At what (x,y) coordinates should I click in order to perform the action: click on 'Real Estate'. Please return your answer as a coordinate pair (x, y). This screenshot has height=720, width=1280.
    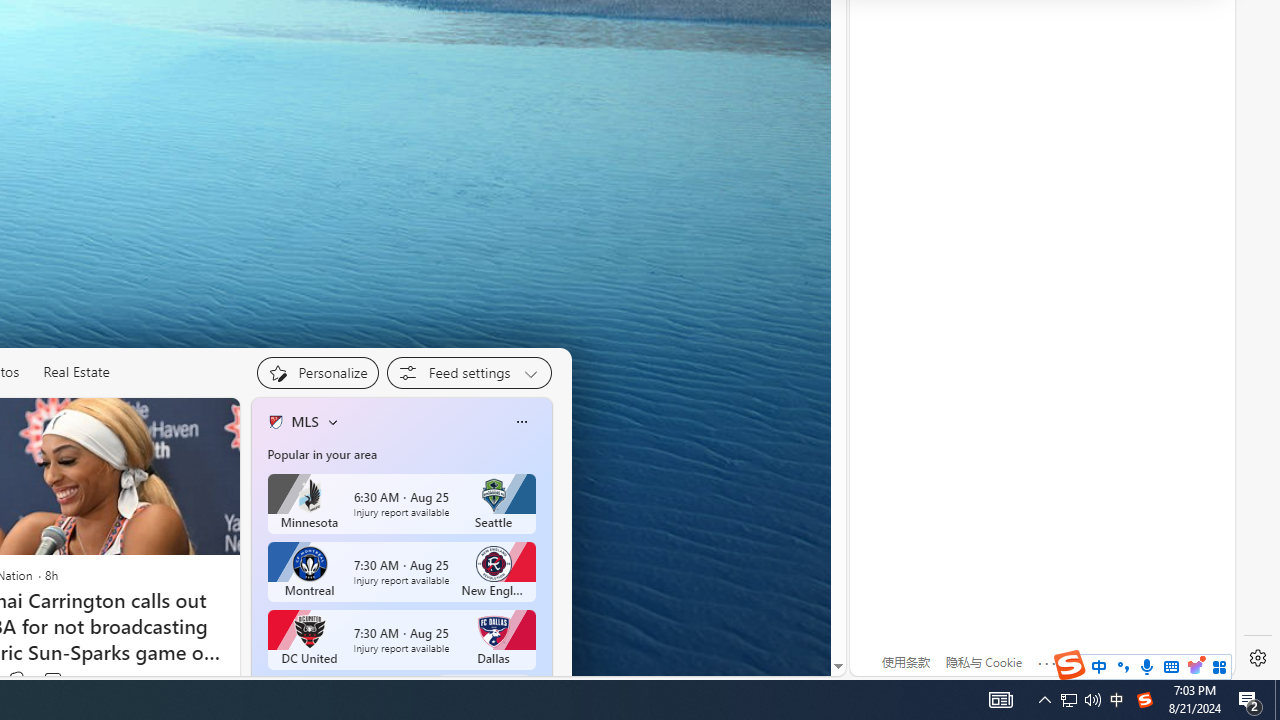
    Looking at the image, I should click on (76, 372).